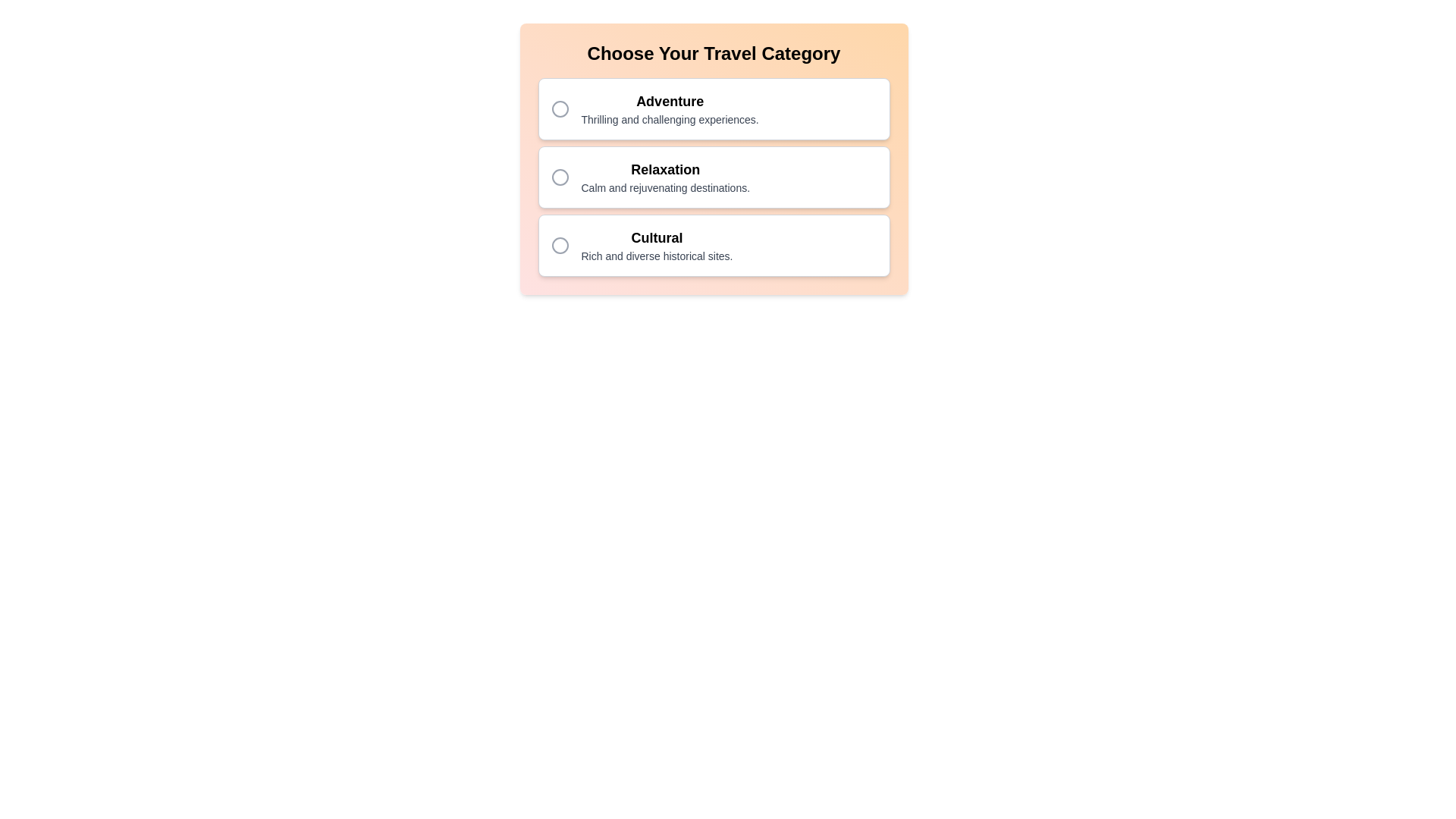 The image size is (1456, 819). Describe the element at coordinates (665, 177) in the screenshot. I see `the descriptive text component` at that location.